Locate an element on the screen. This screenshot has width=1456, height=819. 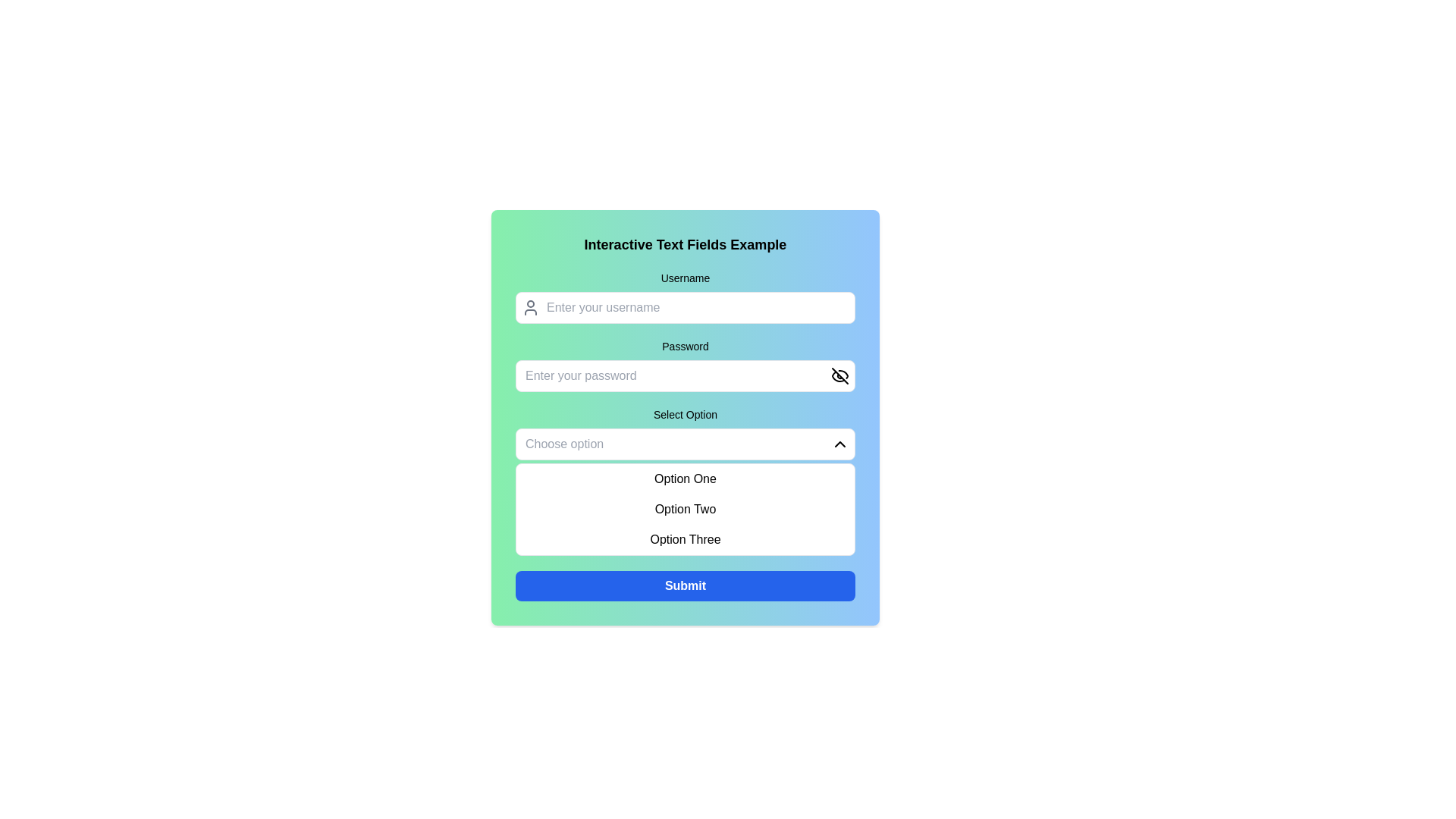
the selectable item labeled 'Option Two' in the dropdown menu is located at coordinates (684, 509).